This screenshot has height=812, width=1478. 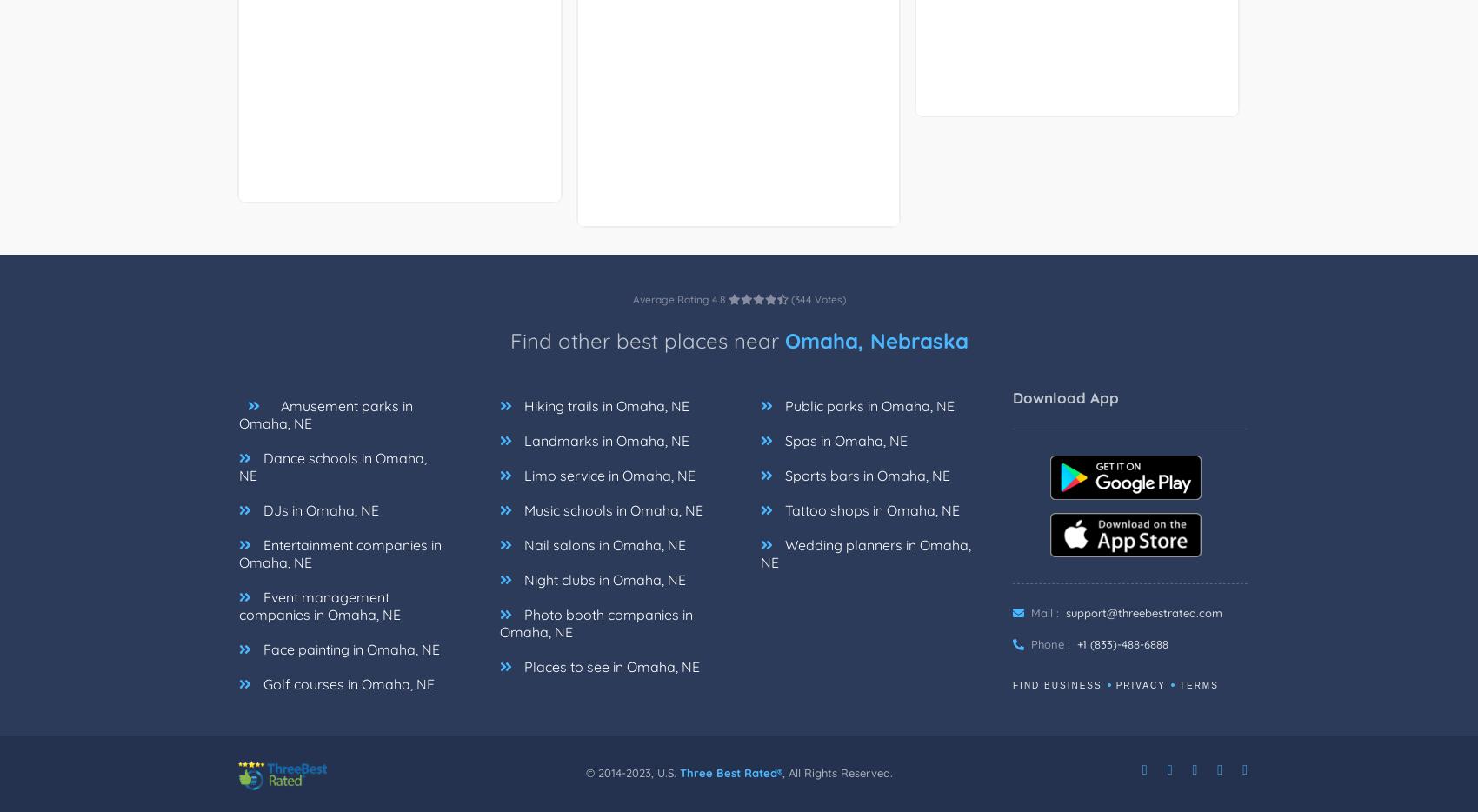 What do you see at coordinates (332, 466) in the screenshot?
I see `'Dance schools in Omaha, NE'` at bounding box center [332, 466].